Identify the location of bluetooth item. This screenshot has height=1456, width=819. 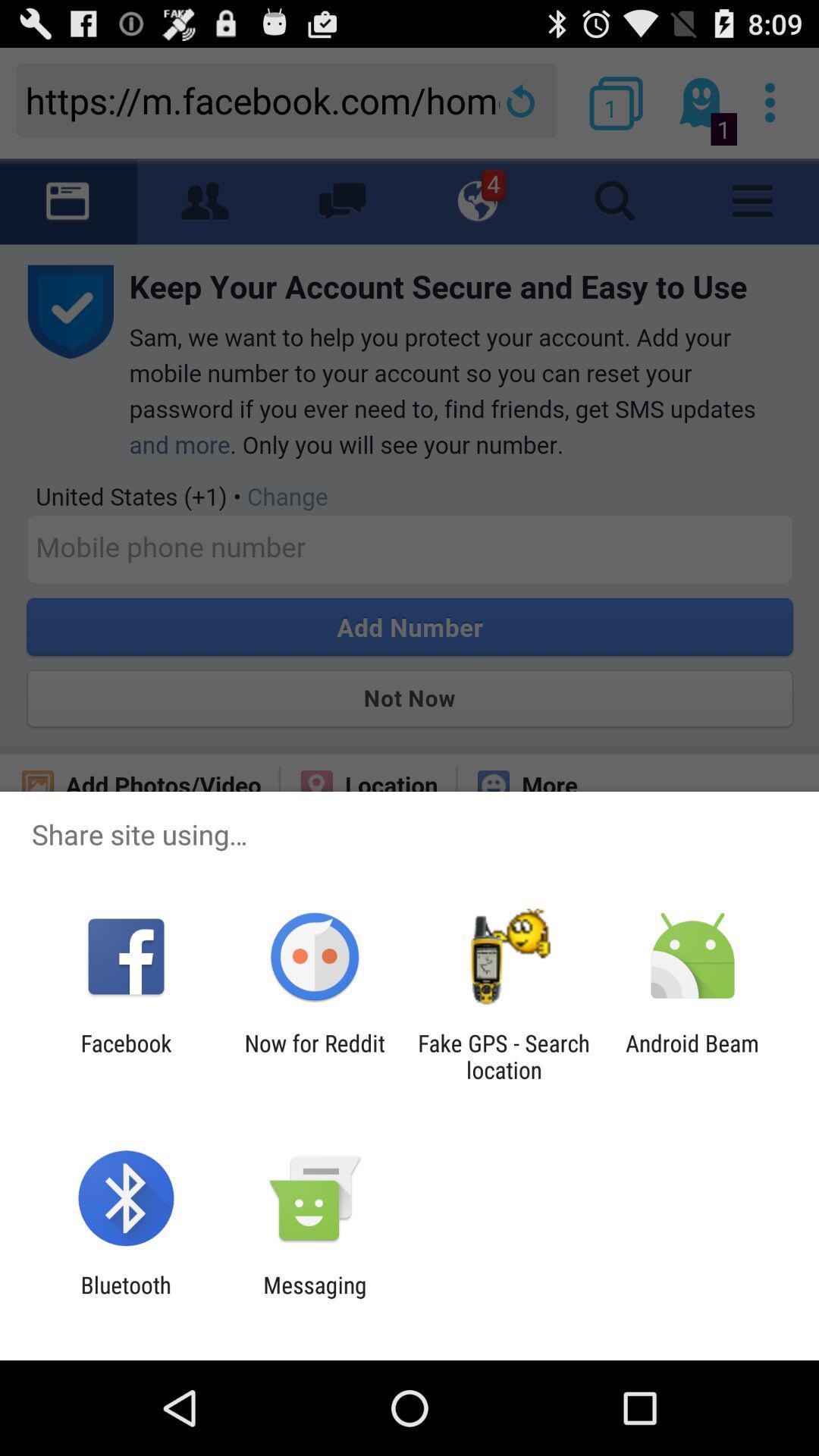
(125, 1298).